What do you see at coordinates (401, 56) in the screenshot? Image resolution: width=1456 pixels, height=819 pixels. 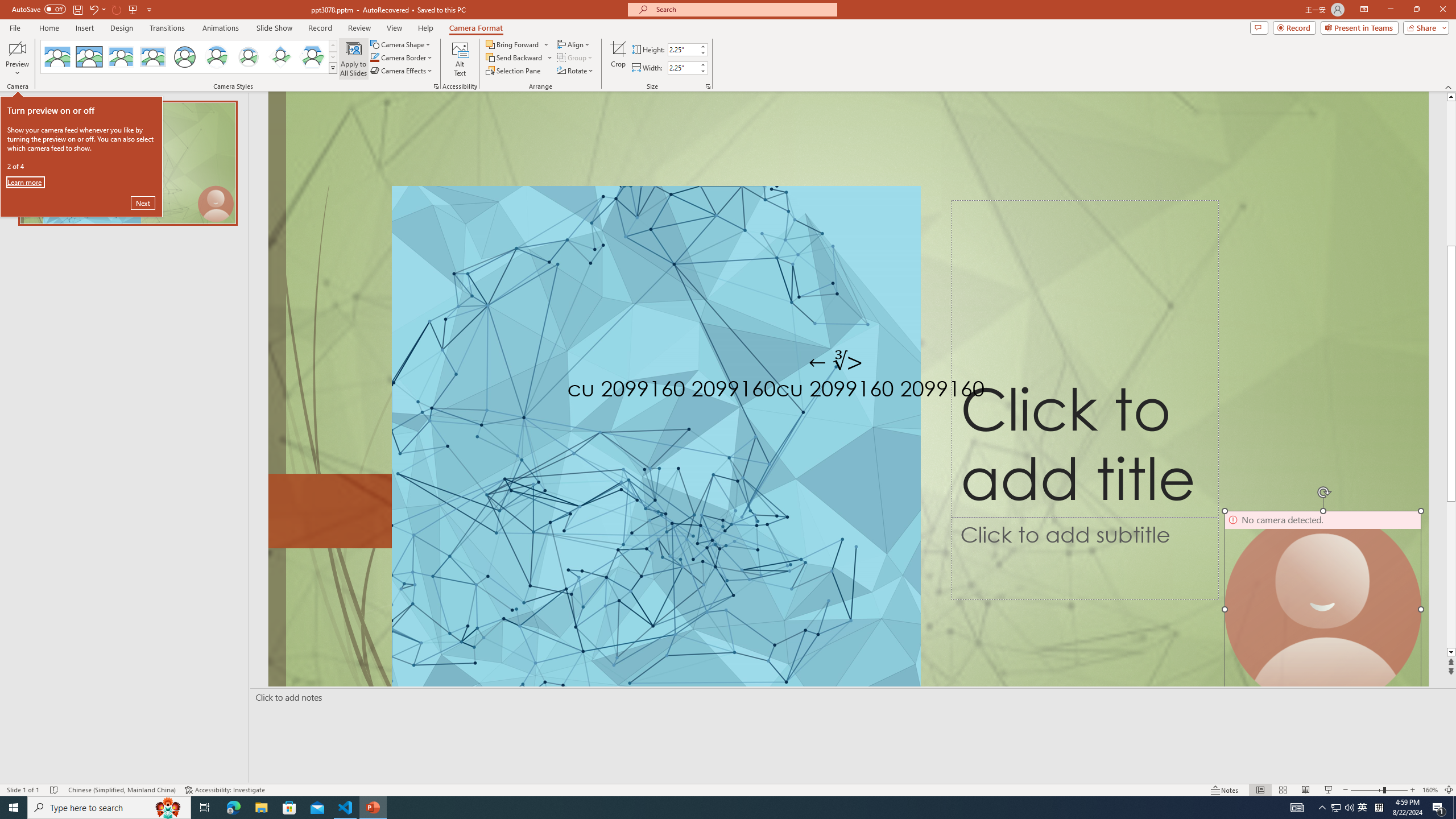 I see `'Camera Border'` at bounding box center [401, 56].